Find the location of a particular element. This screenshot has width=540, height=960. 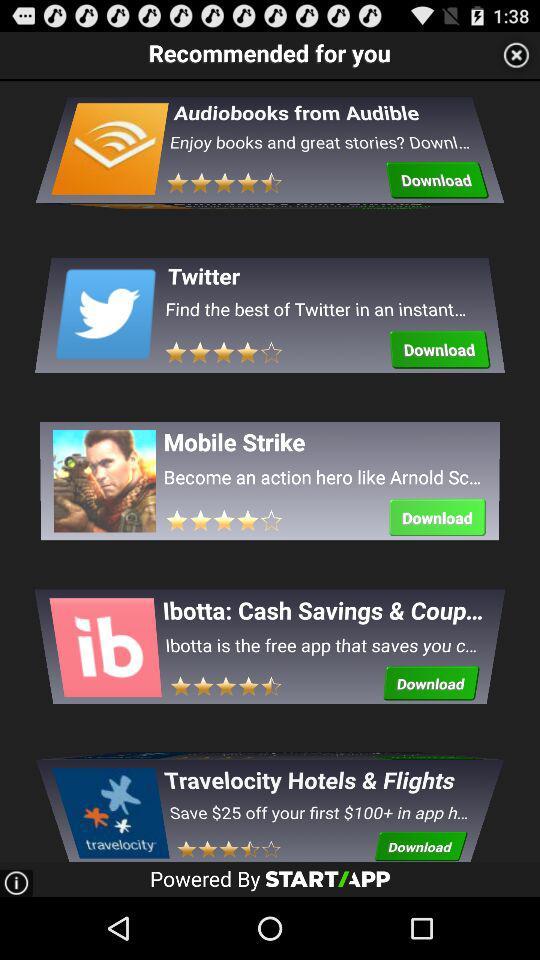

the close button is located at coordinates (516, 54).